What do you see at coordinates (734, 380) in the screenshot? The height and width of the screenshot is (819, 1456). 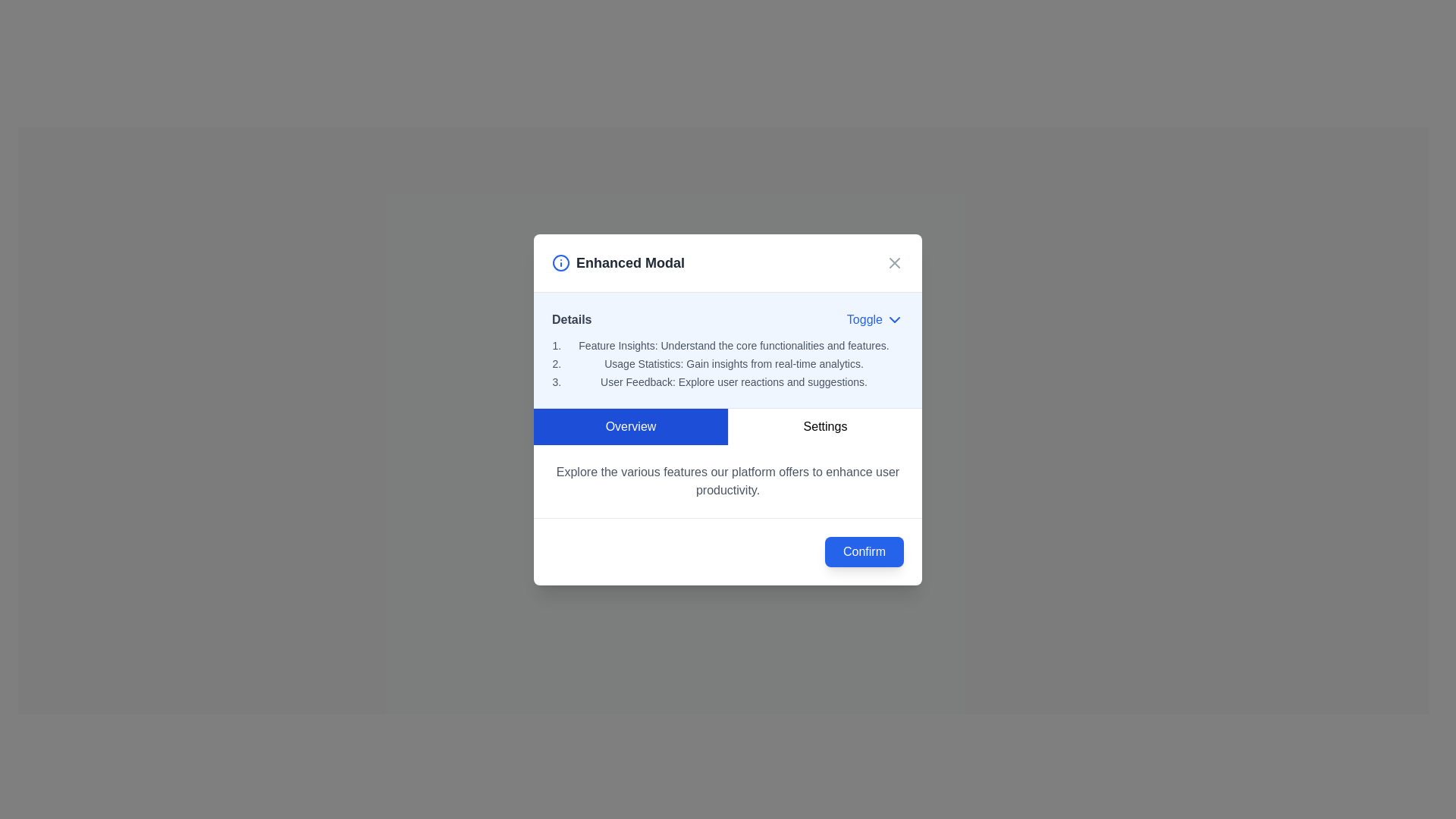 I see `the text element that reads 'User Feedback: Explore user reactions and suggestions.' which is the third item in a vertical list within the modal dialog under the header 'Details'` at bounding box center [734, 380].